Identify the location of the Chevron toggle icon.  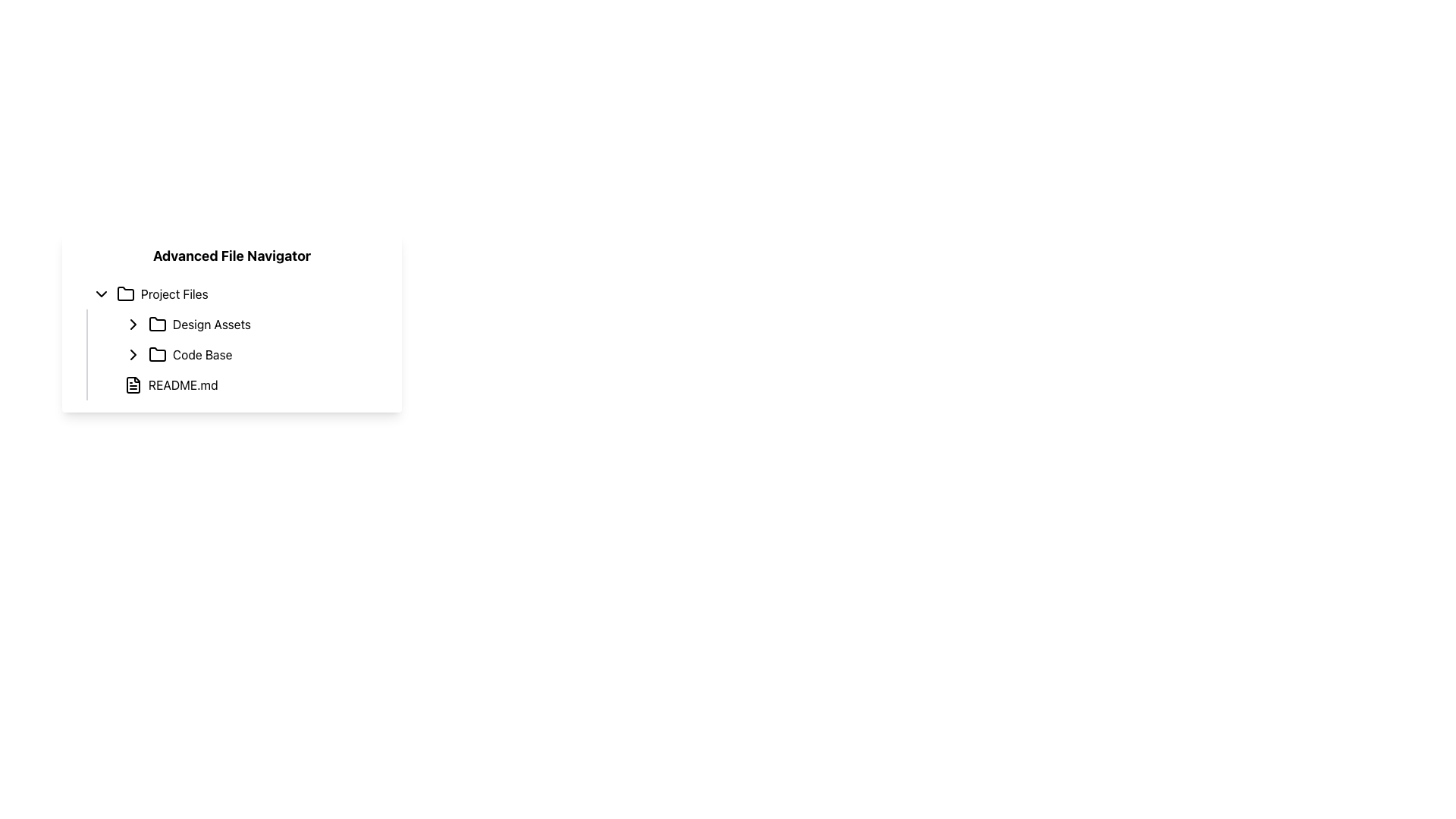
(101, 294).